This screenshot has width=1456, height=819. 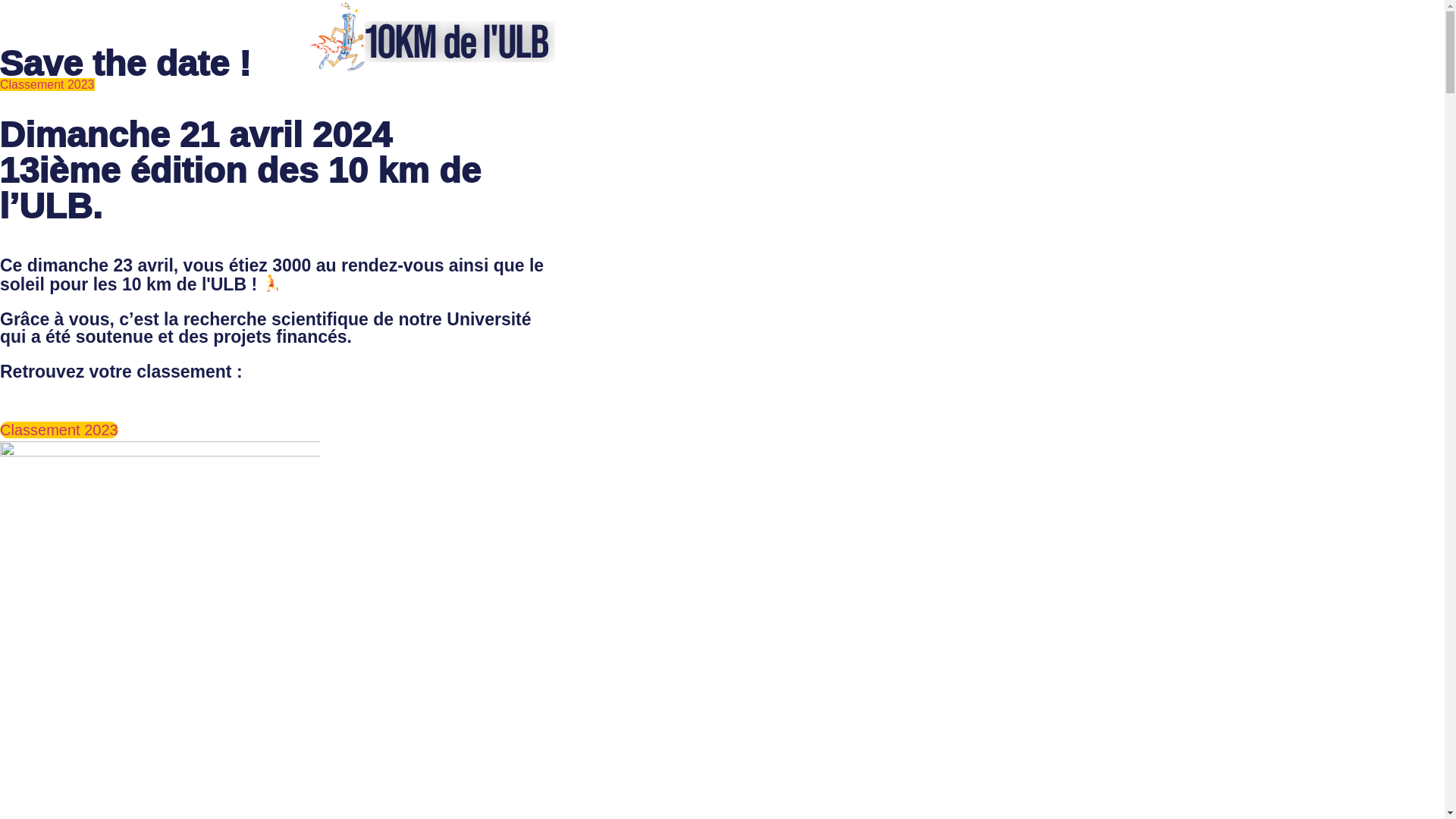 What do you see at coordinates (47, 84) in the screenshot?
I see `'Classement 2023'` at bounding box center [47, 84].